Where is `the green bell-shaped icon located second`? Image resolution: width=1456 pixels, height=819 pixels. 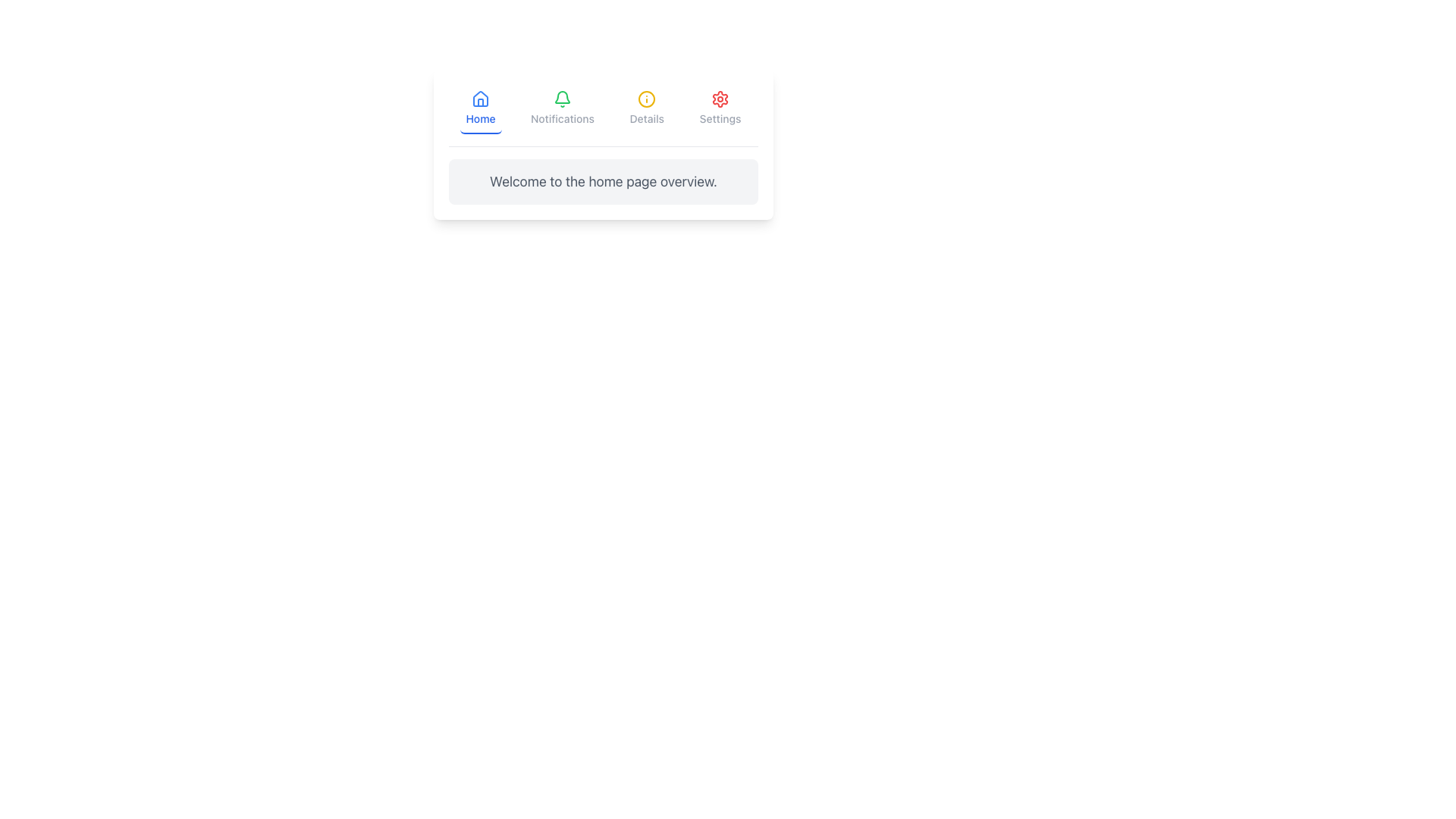 the green bell-shaped icon located second is located at coordinates (562, 96).